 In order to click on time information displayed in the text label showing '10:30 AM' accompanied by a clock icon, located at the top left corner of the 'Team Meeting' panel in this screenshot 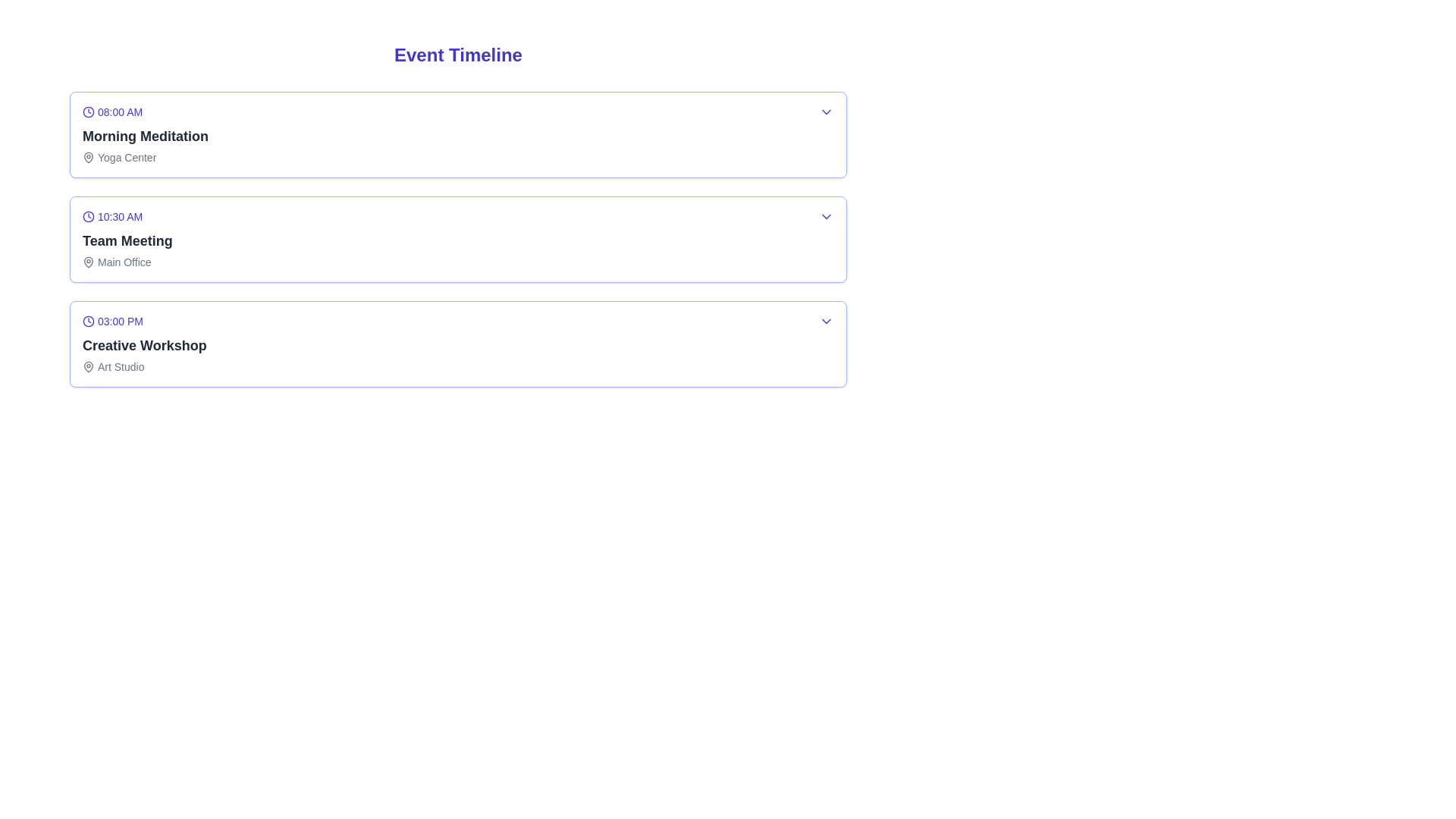, I will do `click(127, 216)`.